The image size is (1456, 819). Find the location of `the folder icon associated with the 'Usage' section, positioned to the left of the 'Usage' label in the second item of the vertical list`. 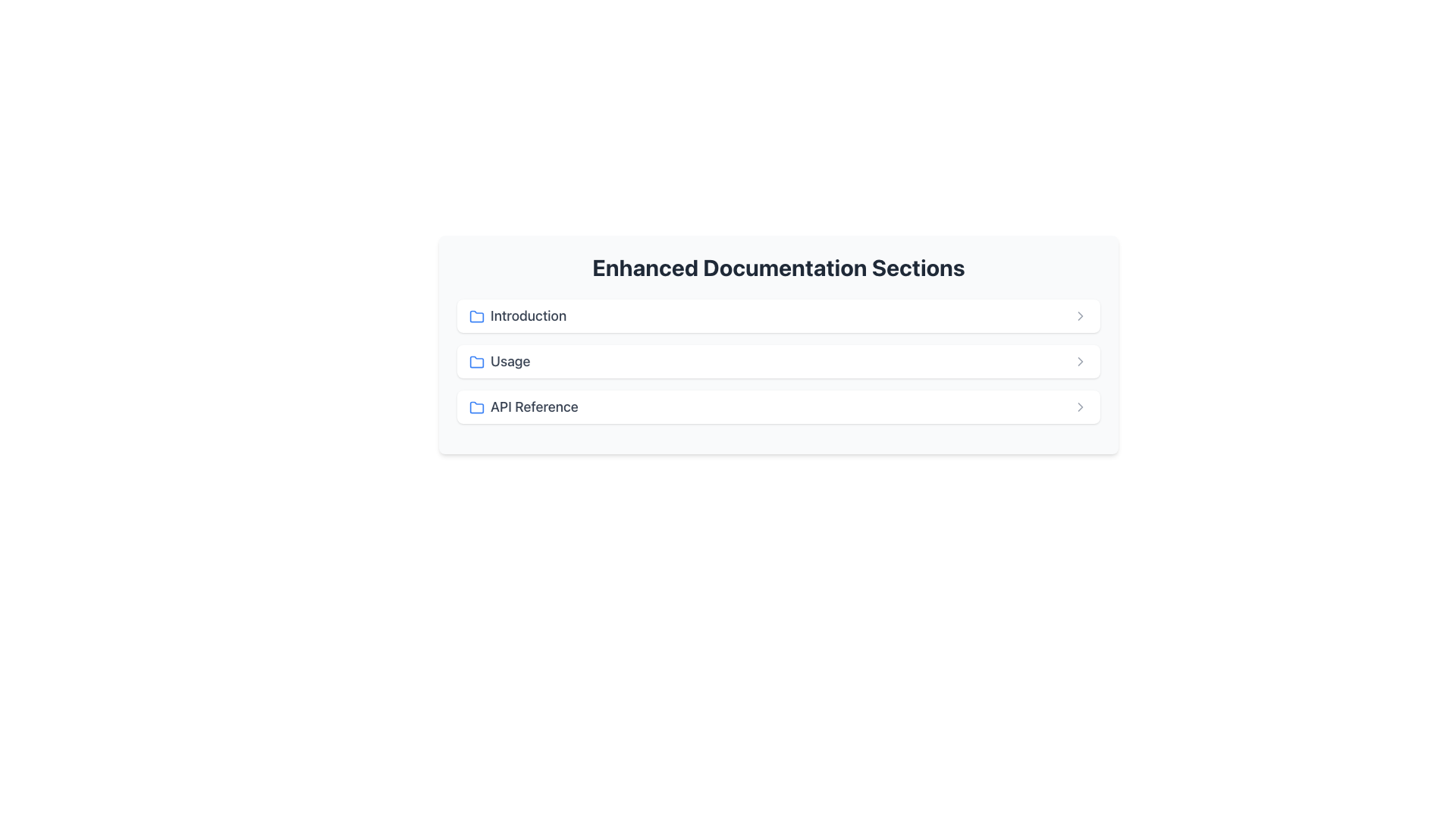

the folder icon associated with the 'Usage' section, positioned to the left of the 'Usage' label in the second item of the vertical list is located at coordinates (475, 362).